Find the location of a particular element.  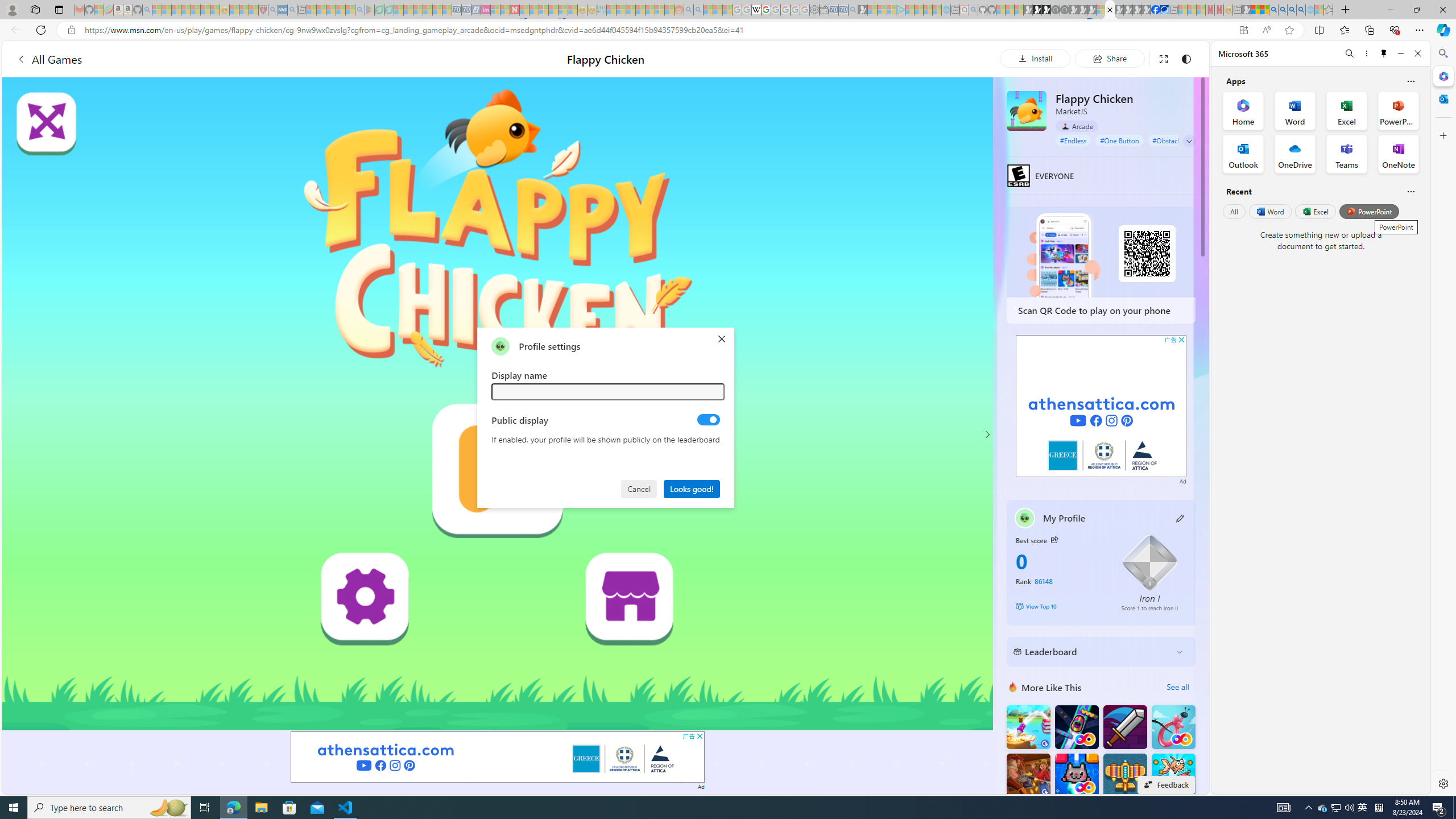

'14 Common Myths Debunked By Scientific Facts - Sleeping' is located at coordinates (533, 9).